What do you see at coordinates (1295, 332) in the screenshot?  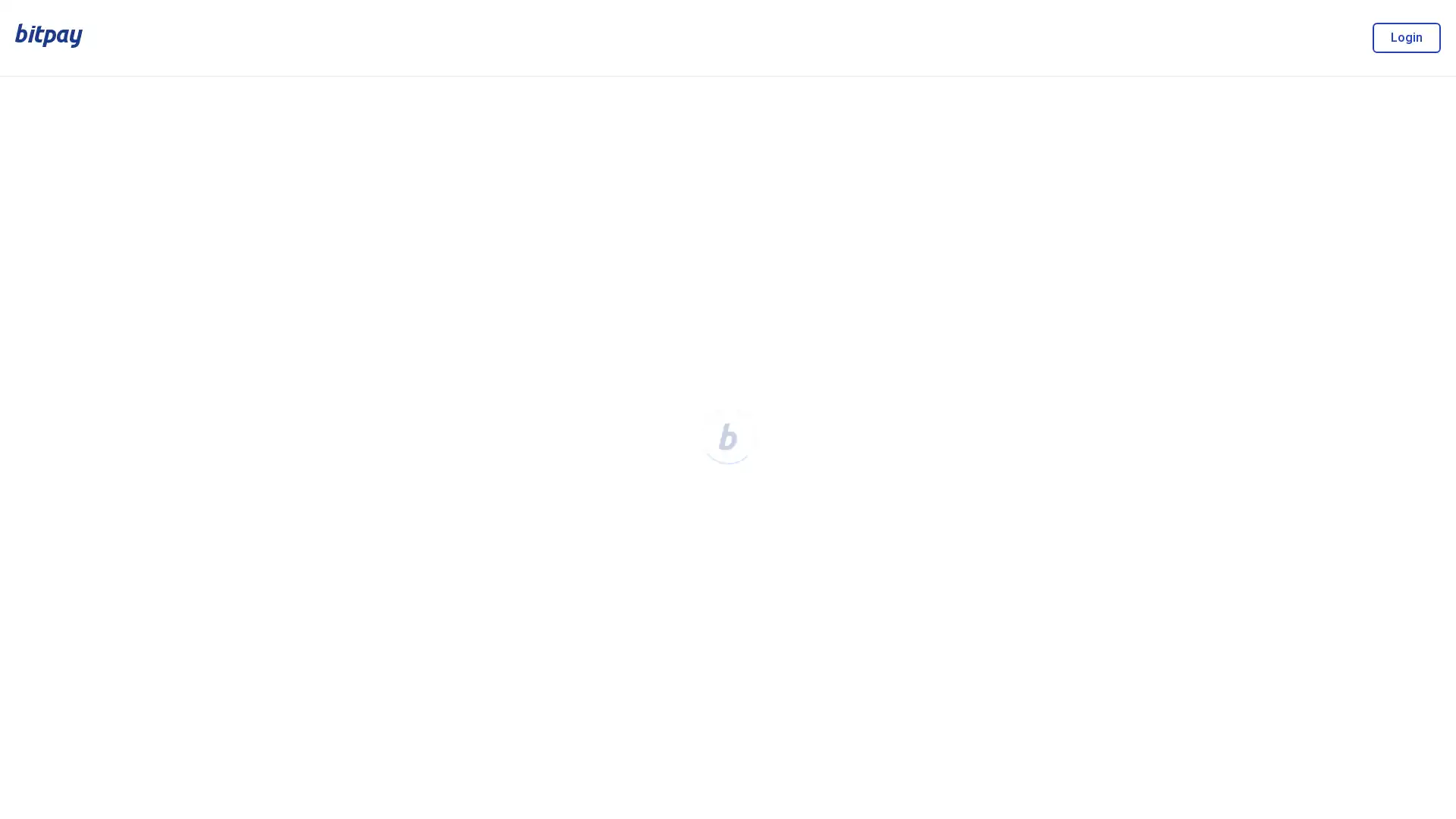 I see `Pay with BitPay` at bounding box center [1295, 332].